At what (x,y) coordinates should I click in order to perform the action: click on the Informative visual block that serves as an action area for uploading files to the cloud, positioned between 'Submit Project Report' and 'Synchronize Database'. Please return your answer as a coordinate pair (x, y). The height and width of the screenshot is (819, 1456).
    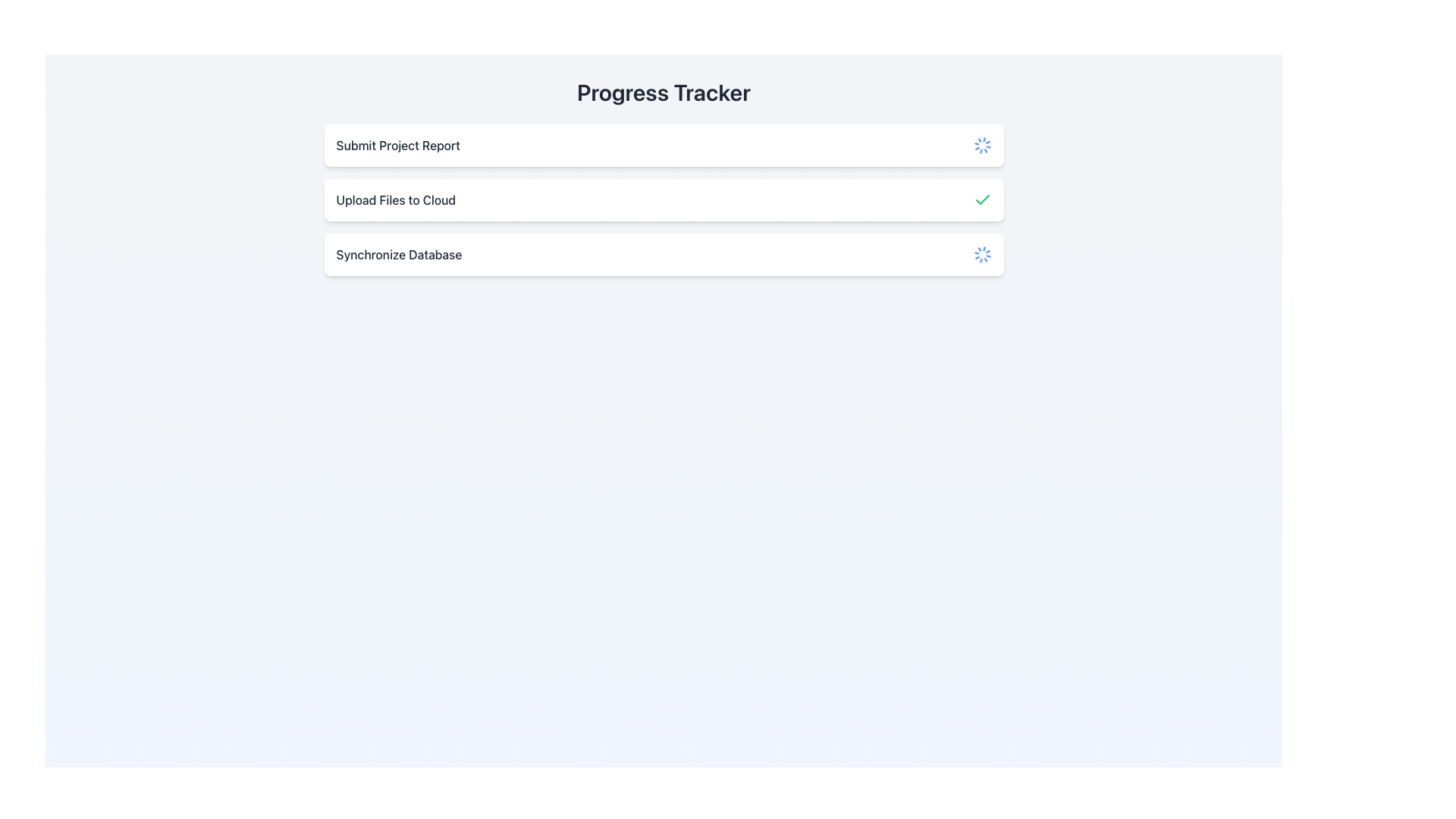
    Looking at the image, I should click on (664, 199).